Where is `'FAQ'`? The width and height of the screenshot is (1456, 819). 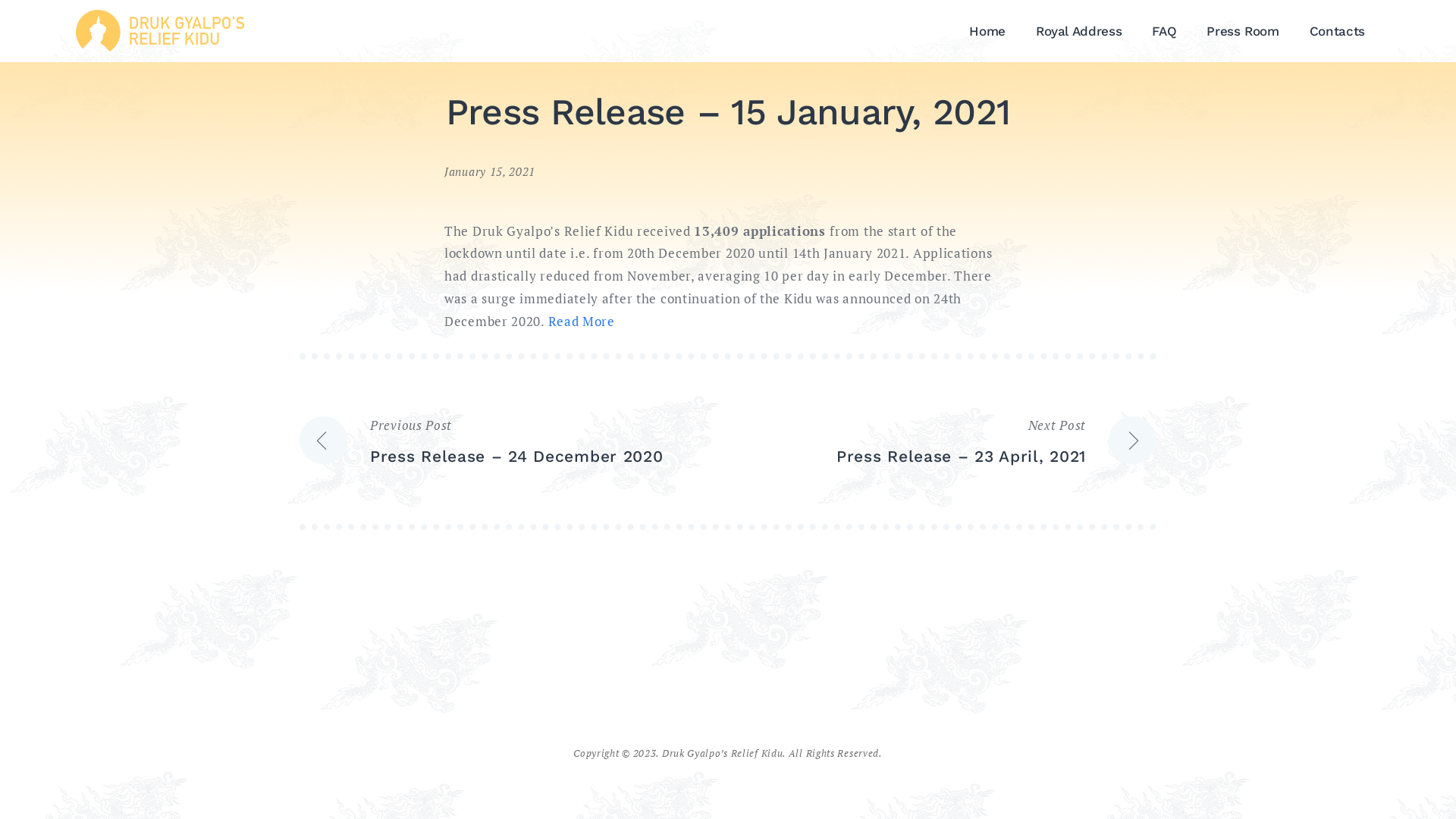 'FAQ' is located at coordinates (1163, 31).